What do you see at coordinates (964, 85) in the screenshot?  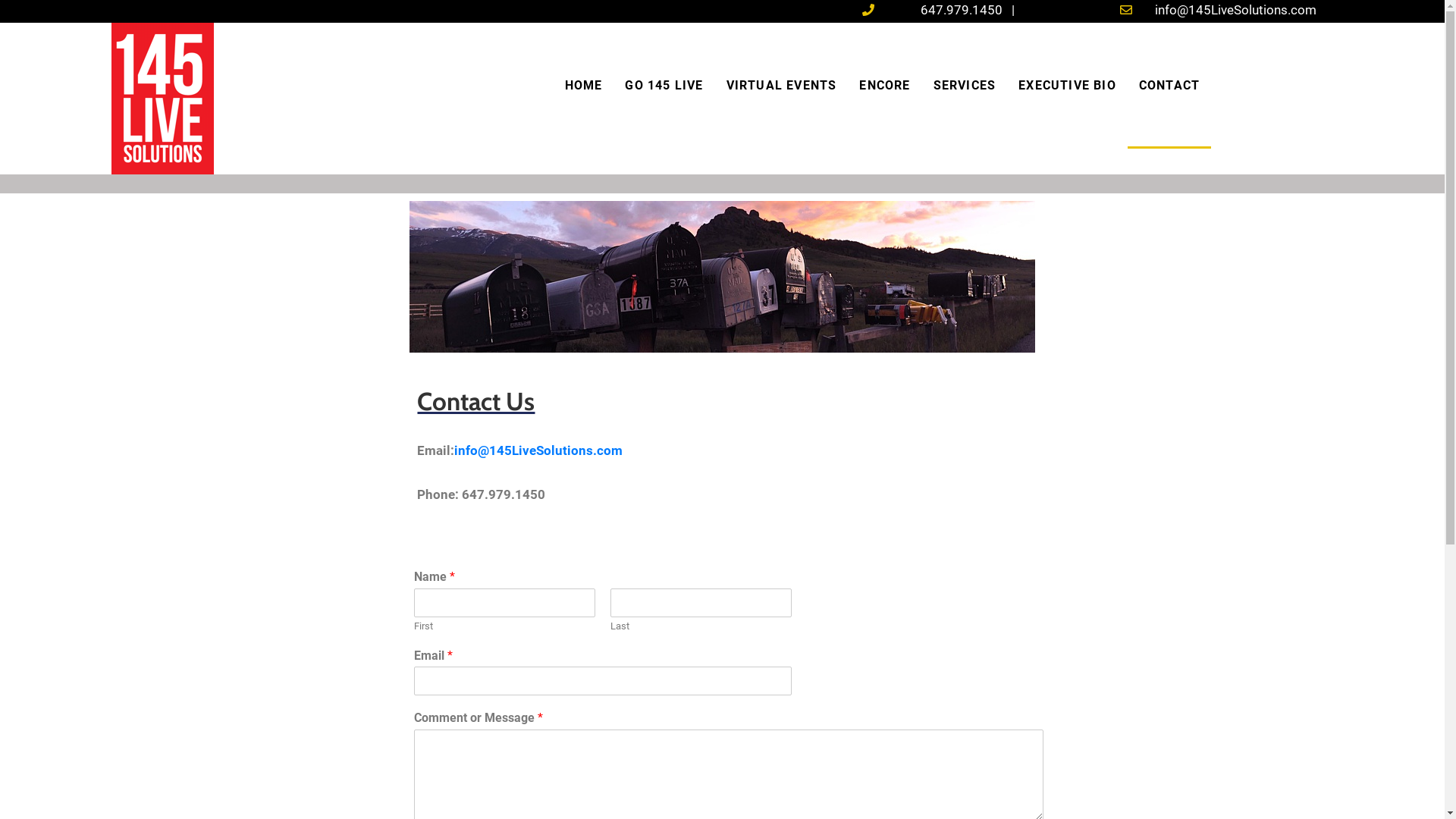 I see `'SERVICES'` at bounding box center [964, 85].